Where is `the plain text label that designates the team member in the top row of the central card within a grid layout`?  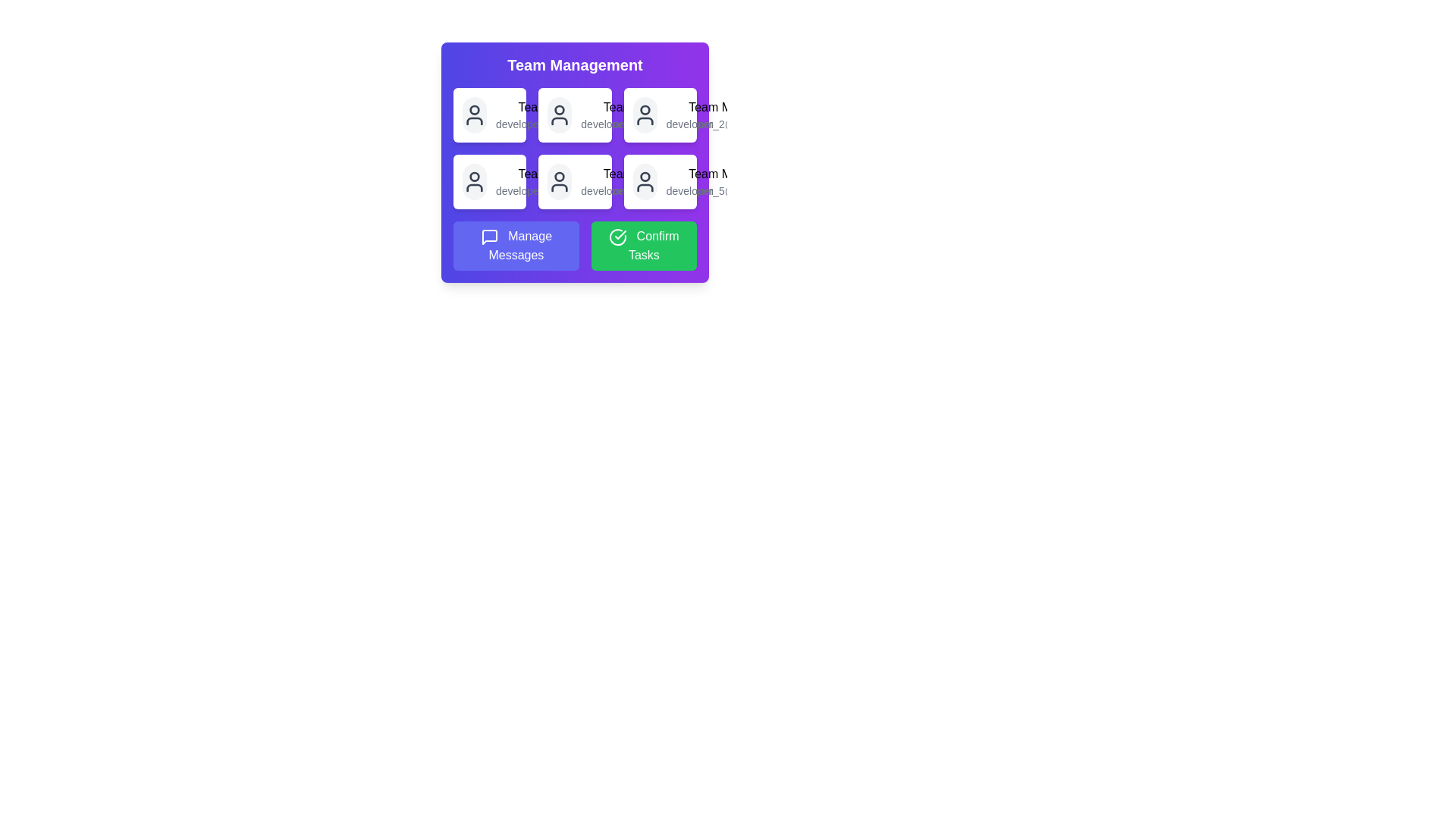
the plain text label that designates the team member in the top row of the central card within a grid layout is located at coordinates (561, 107).